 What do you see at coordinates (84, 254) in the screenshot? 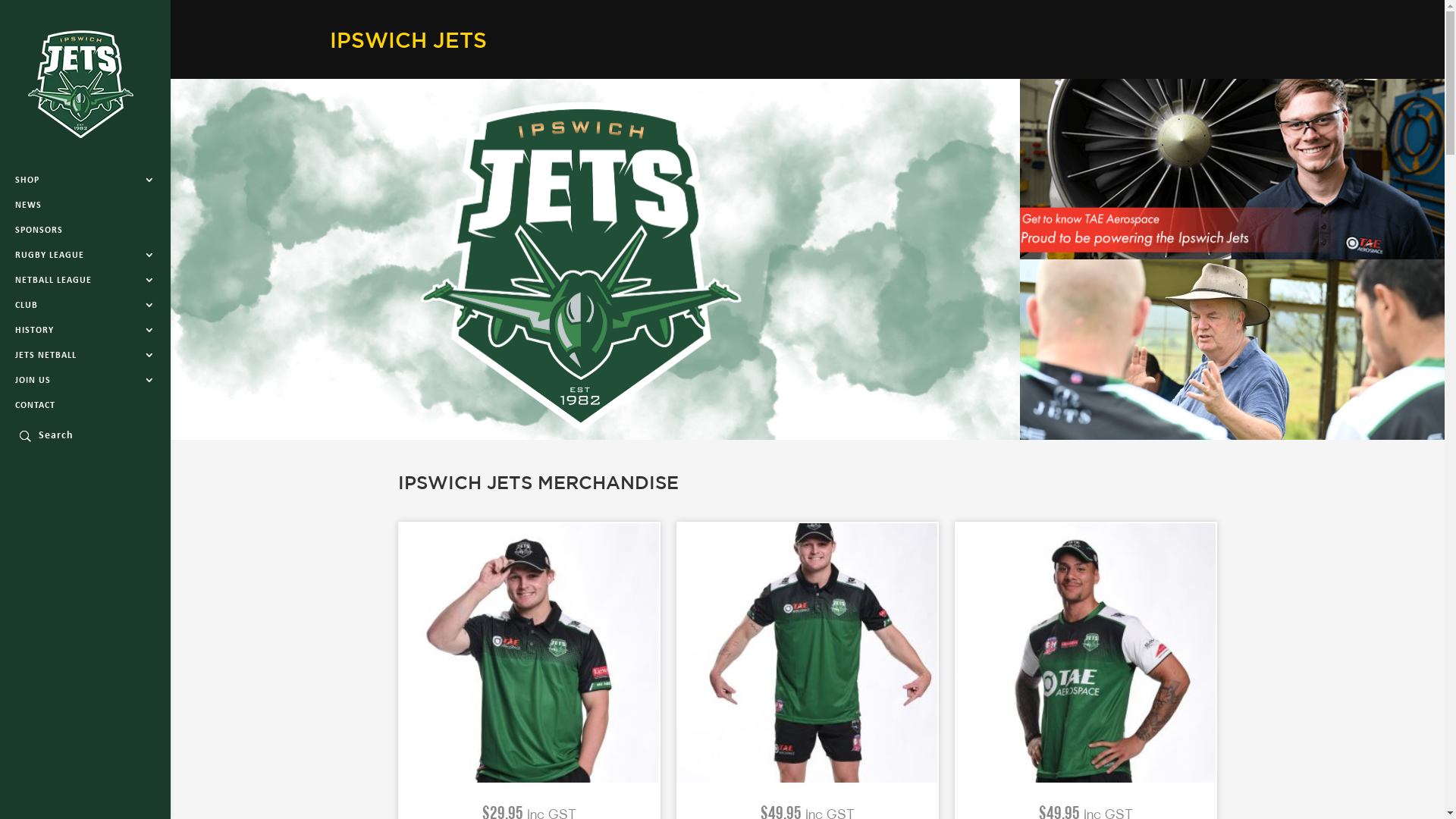
I see `'RUGBY LEAGUE'` at bounding box center [84, 254].